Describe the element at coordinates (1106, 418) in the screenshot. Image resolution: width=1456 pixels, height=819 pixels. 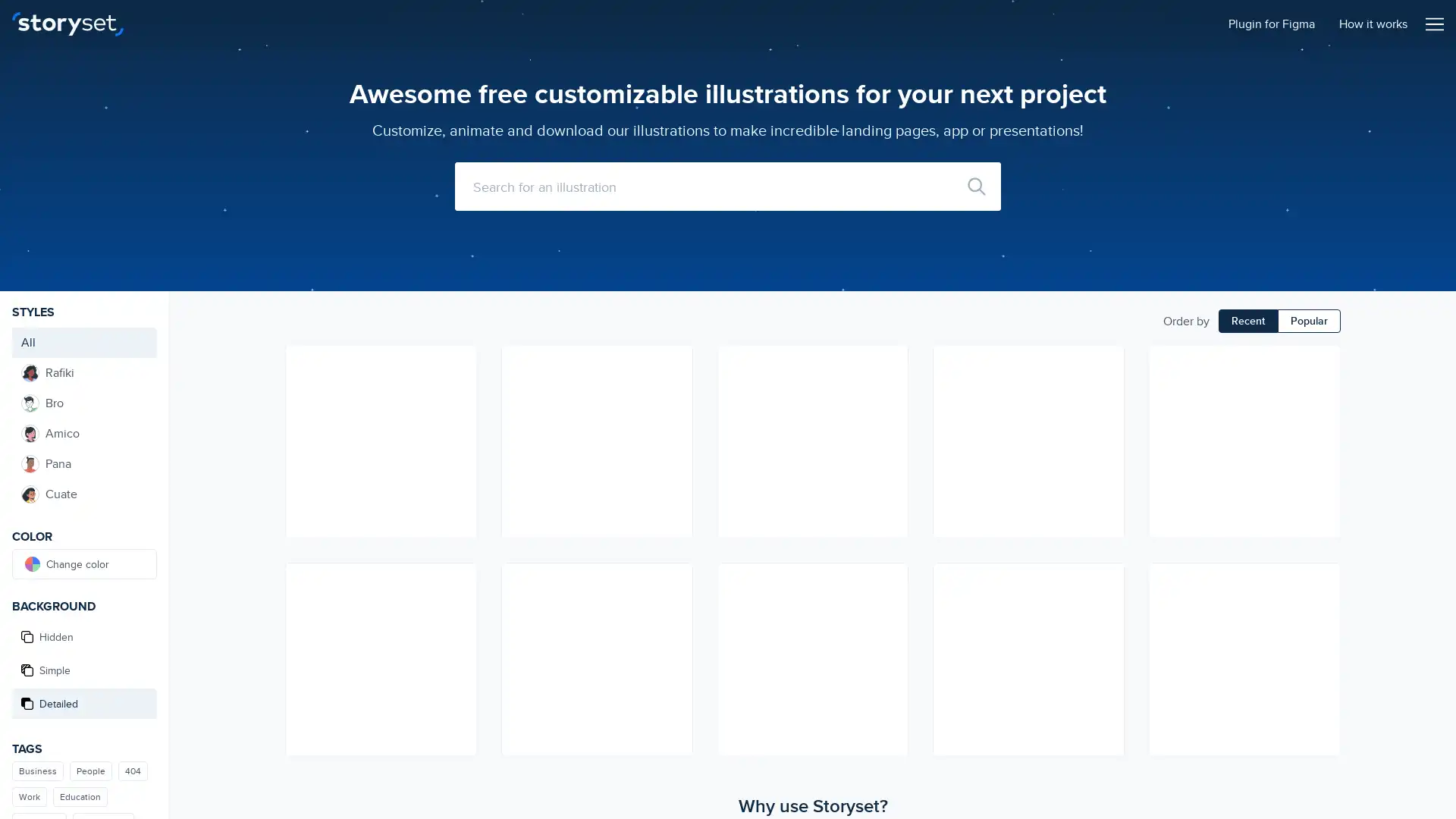
I see `Pinterest icon Save` at that location.